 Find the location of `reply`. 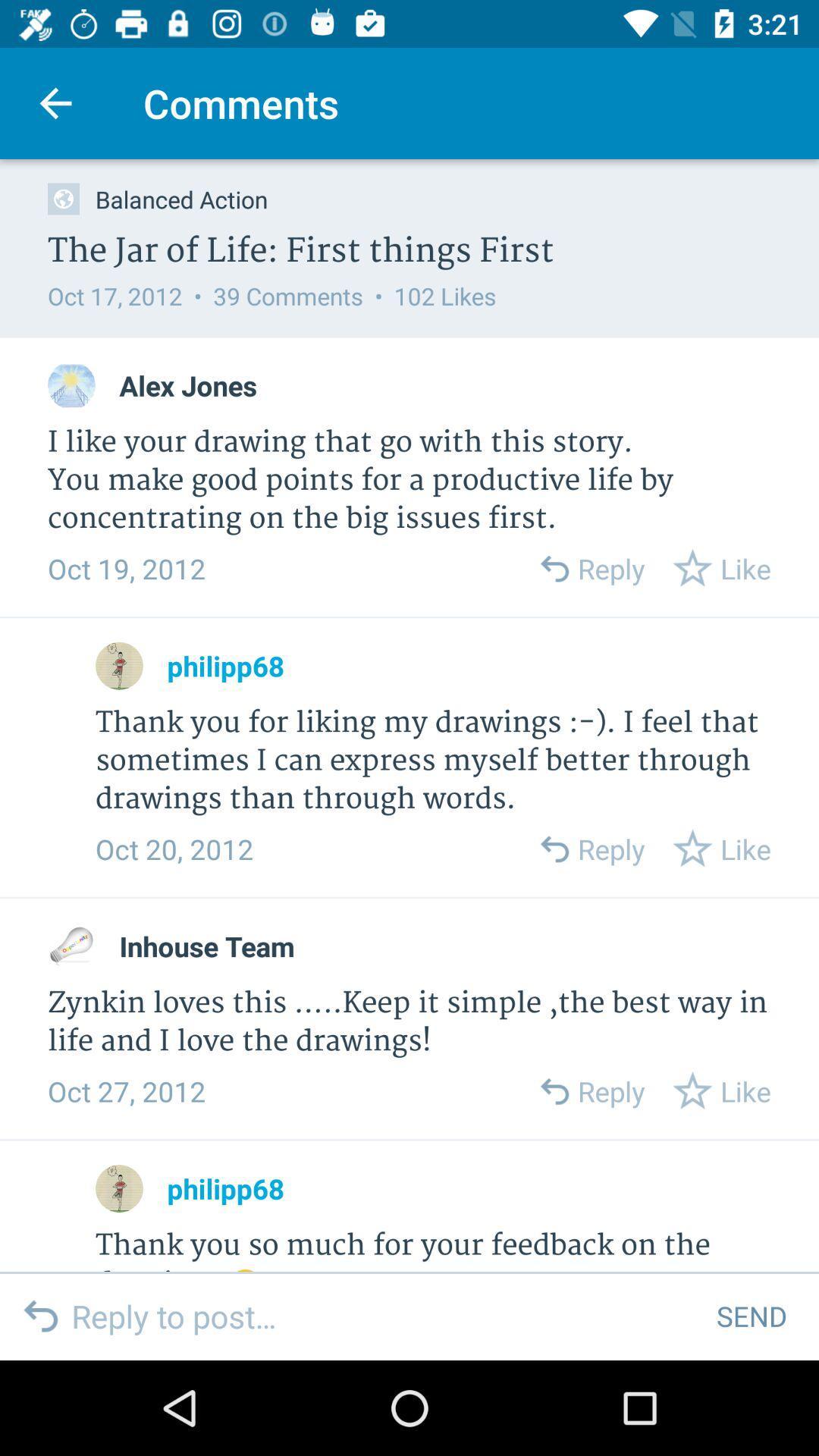

reply is located at coordinates (554, 848).